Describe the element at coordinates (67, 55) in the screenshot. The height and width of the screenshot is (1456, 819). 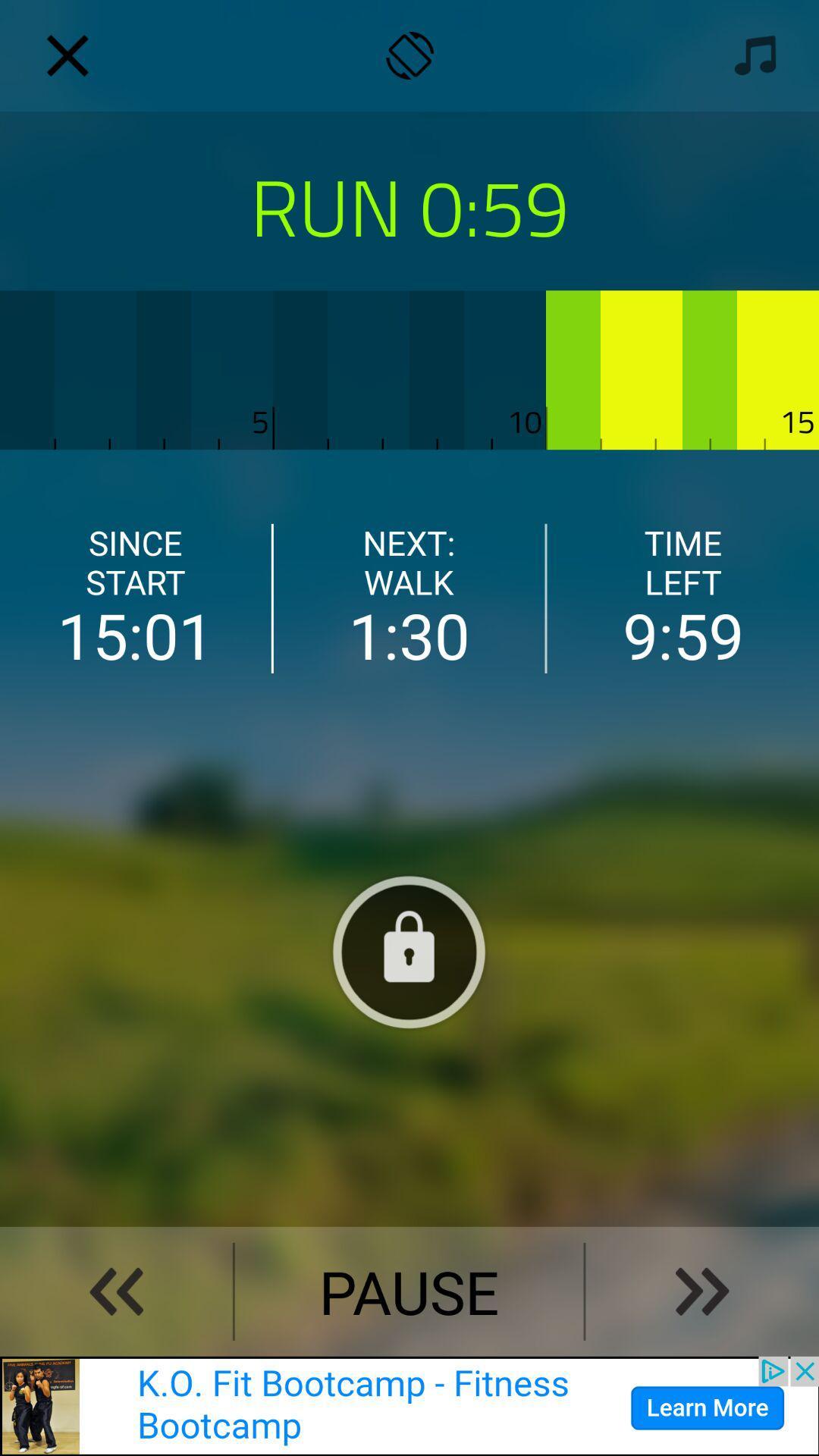
I see `the cross option on the top left corner` at that location.